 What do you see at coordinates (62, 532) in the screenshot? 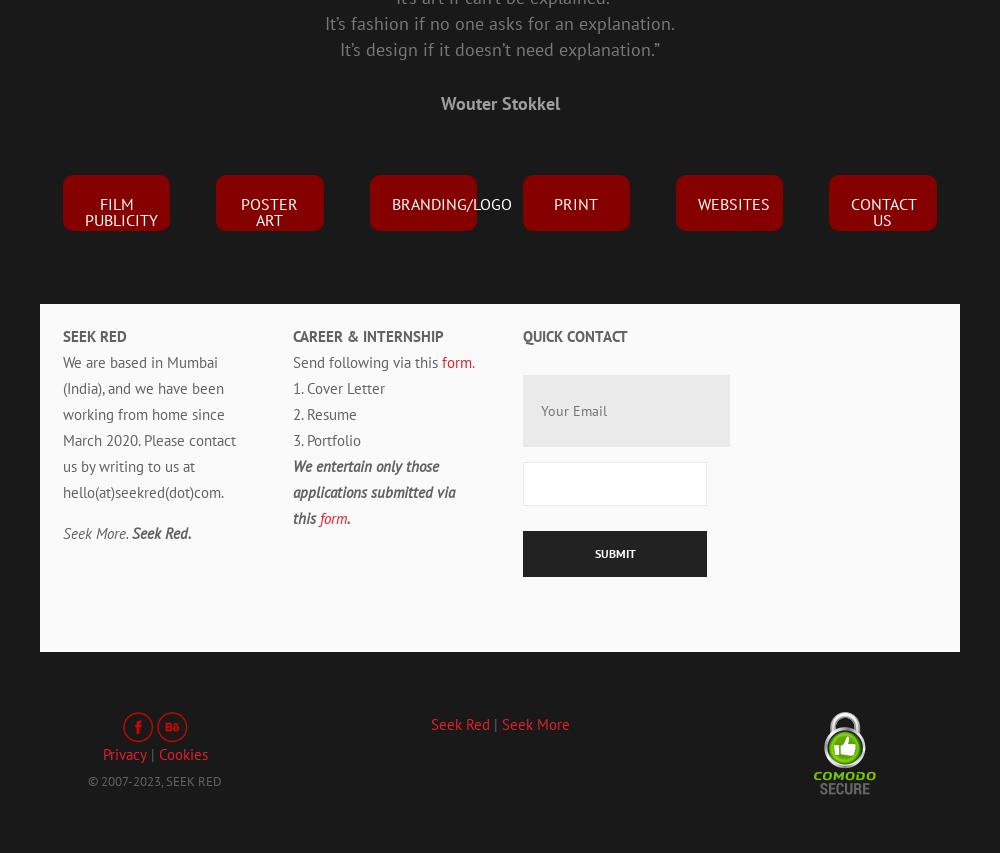
I see `'Seek More.'` at bounding box center [62, 532].